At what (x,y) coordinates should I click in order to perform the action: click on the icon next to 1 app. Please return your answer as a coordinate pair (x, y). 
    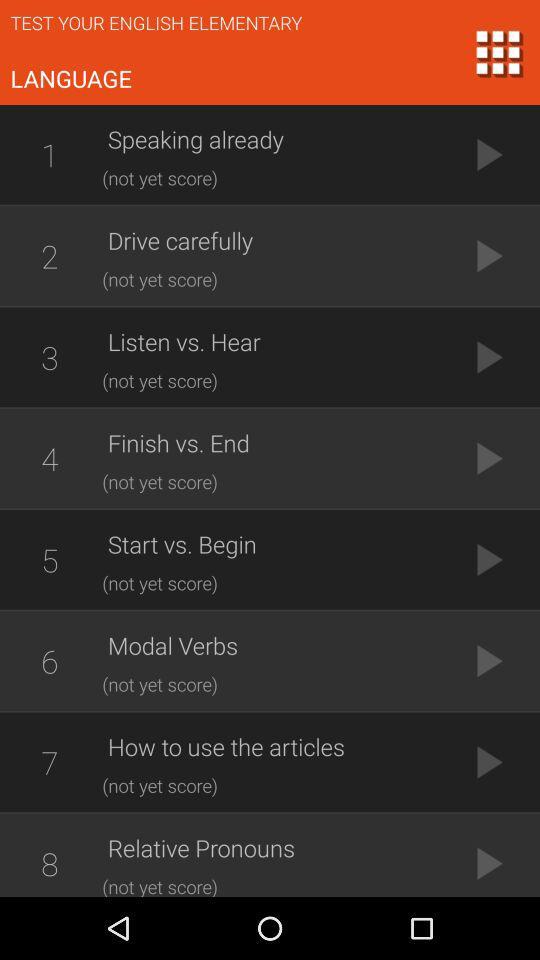
    Looking at the image, I should click on (274, 138).